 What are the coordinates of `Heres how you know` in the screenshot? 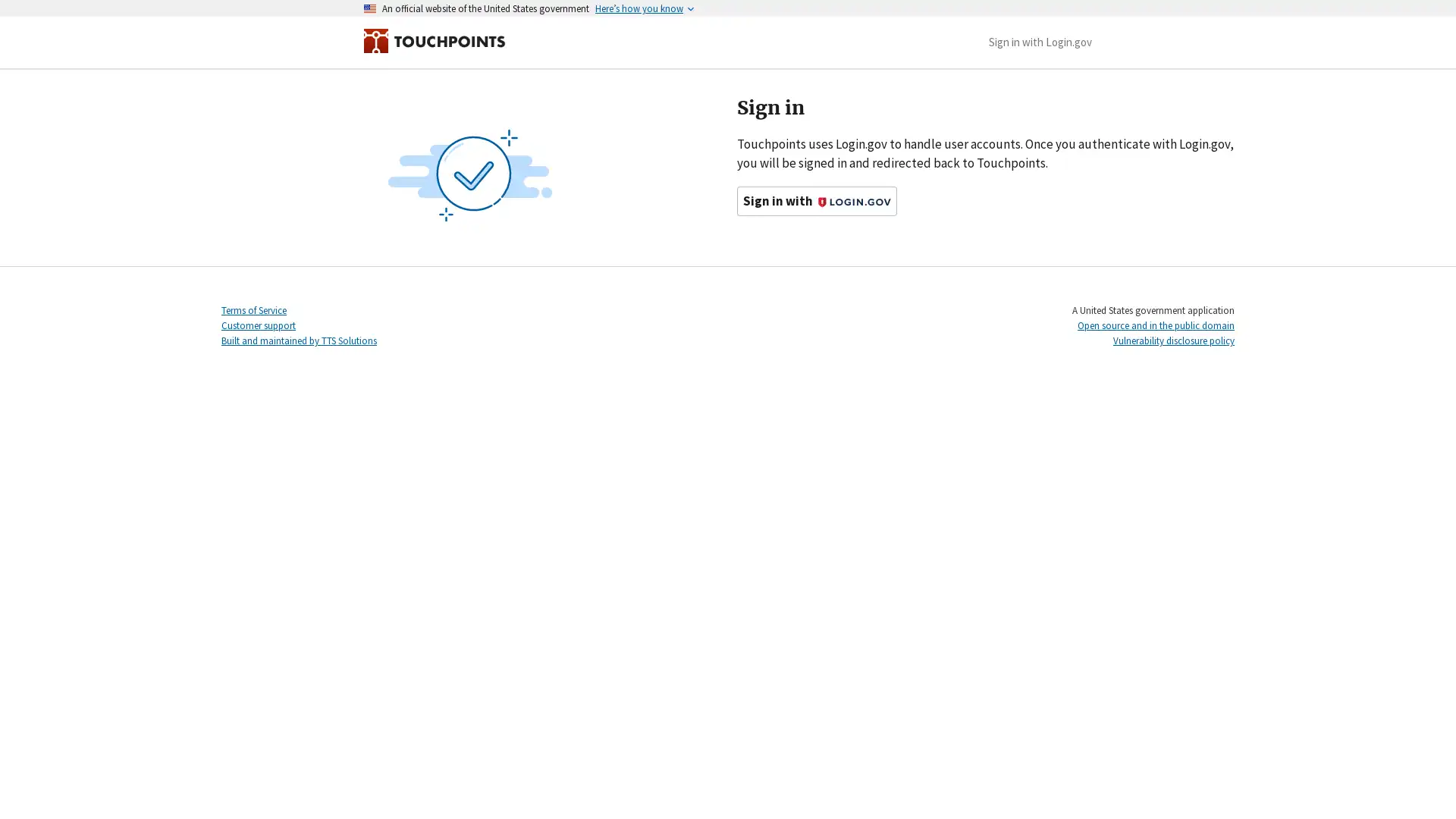 It's located at (639, 8).